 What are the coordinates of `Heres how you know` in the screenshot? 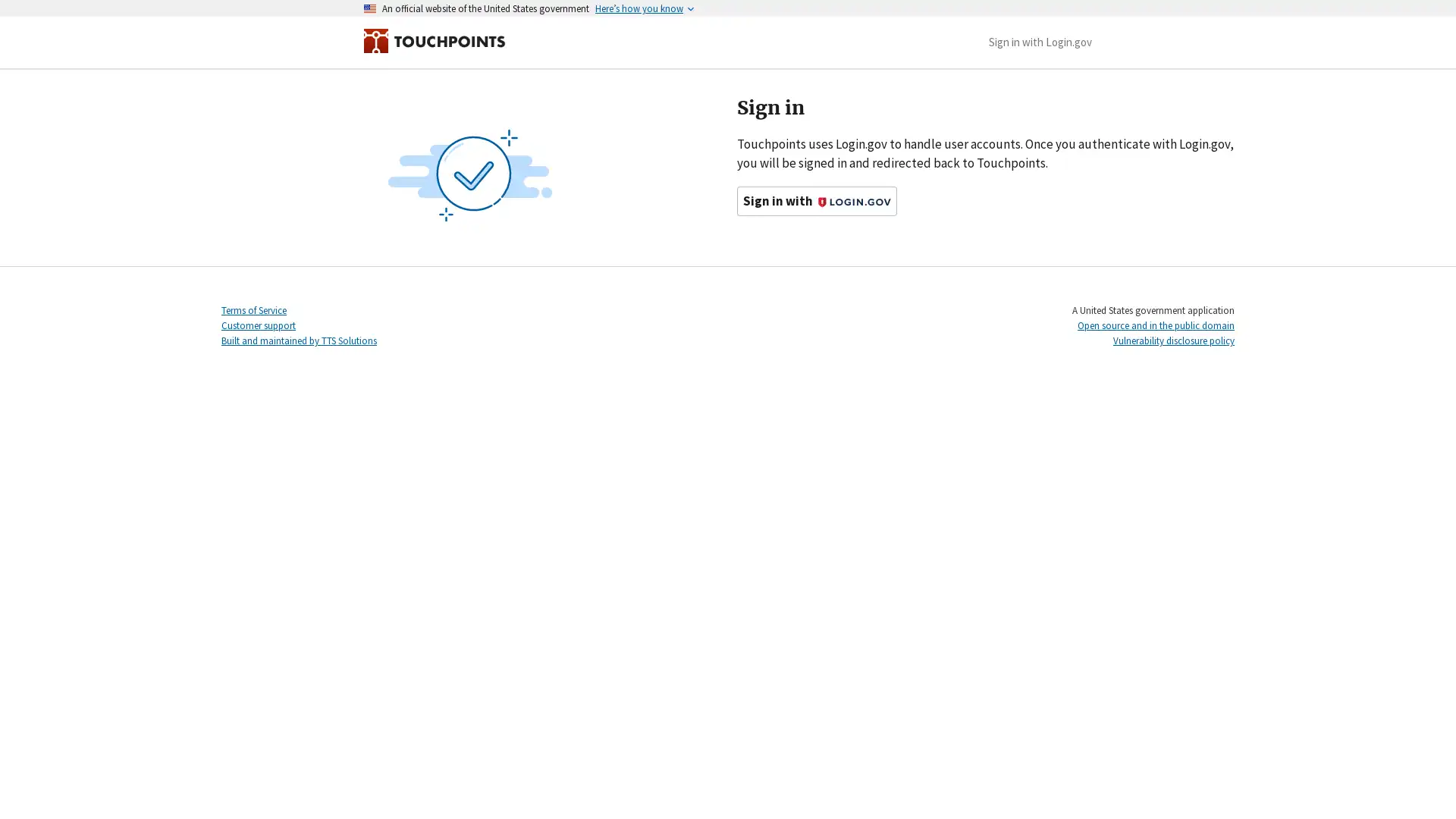 It's located at (639, 8).